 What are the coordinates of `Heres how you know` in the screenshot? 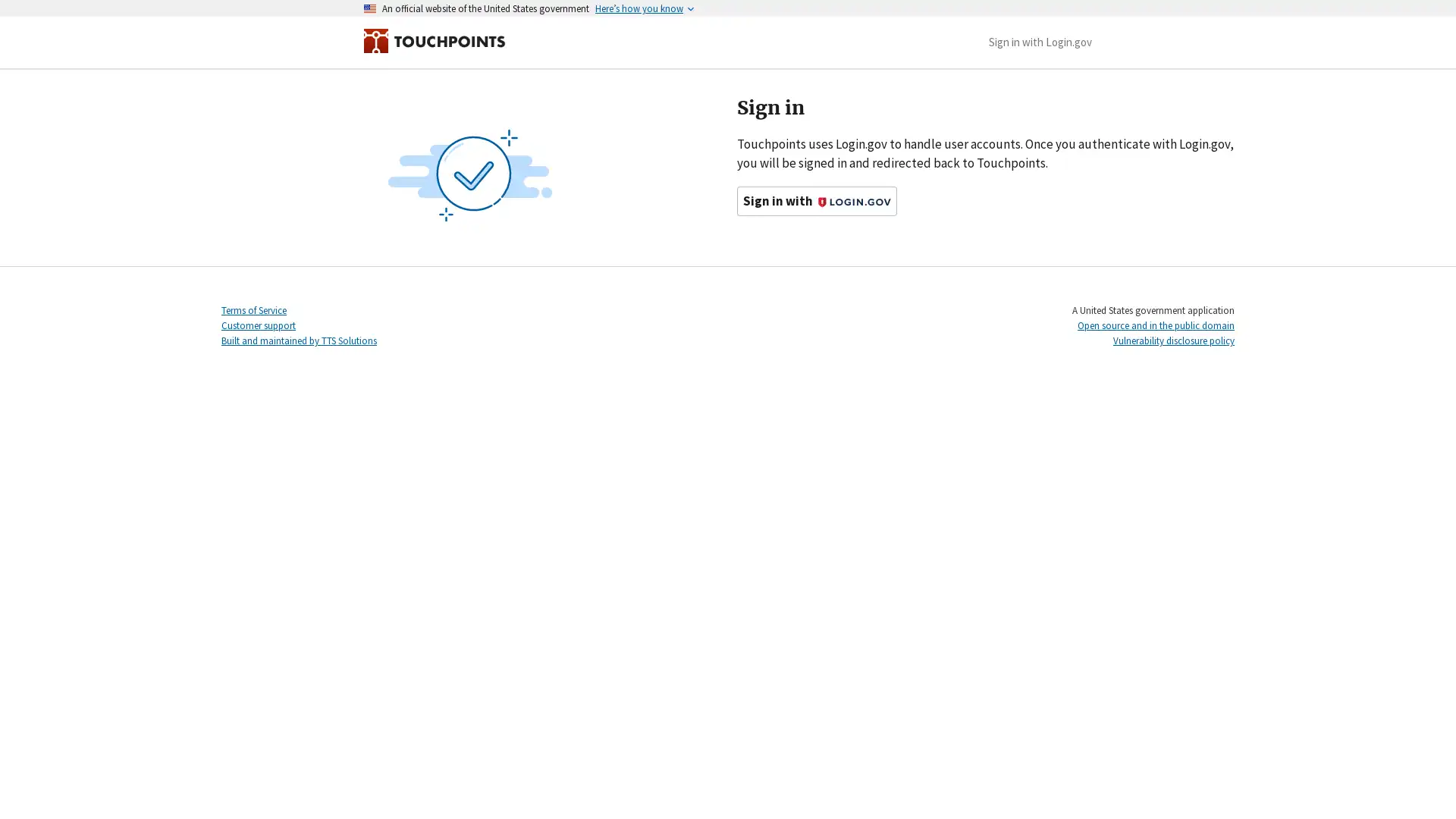 It's located at (639, 8).